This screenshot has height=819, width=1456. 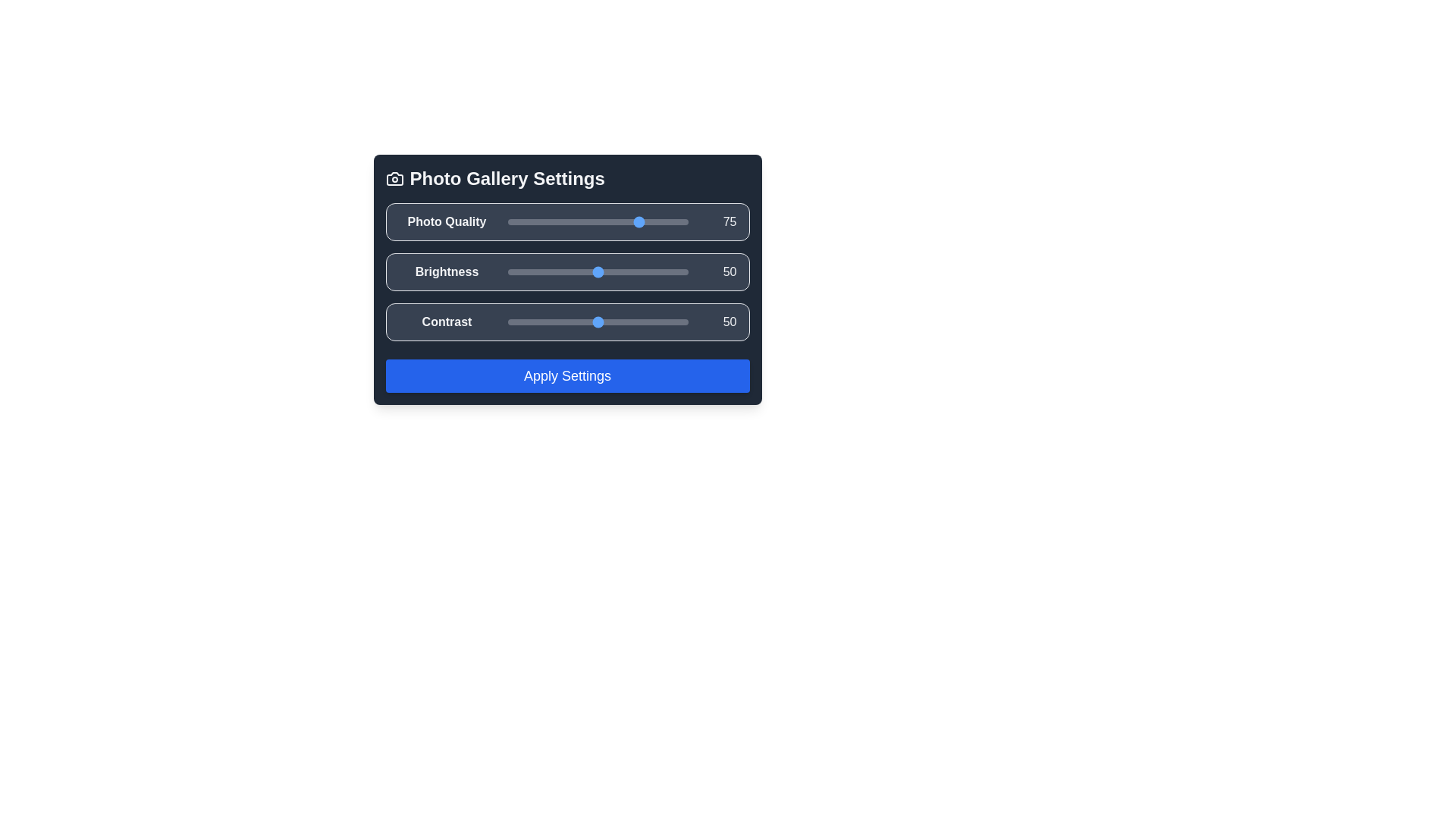 I want to click on the photo quality, so click(x=507, y=222).